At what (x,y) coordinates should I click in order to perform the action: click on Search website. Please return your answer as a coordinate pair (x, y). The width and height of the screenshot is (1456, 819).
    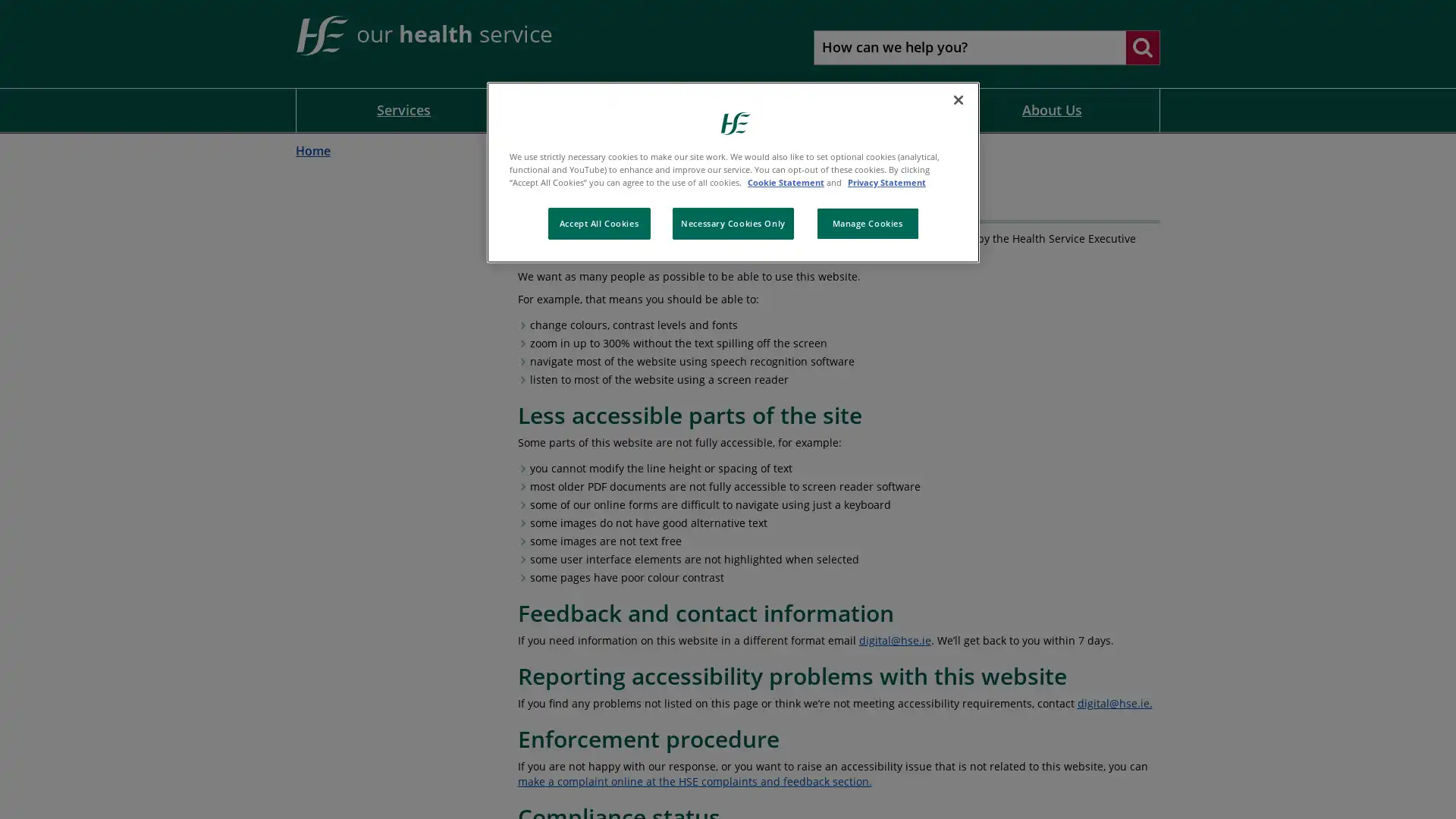
    Looking at the image, I should click on (1143, 46).